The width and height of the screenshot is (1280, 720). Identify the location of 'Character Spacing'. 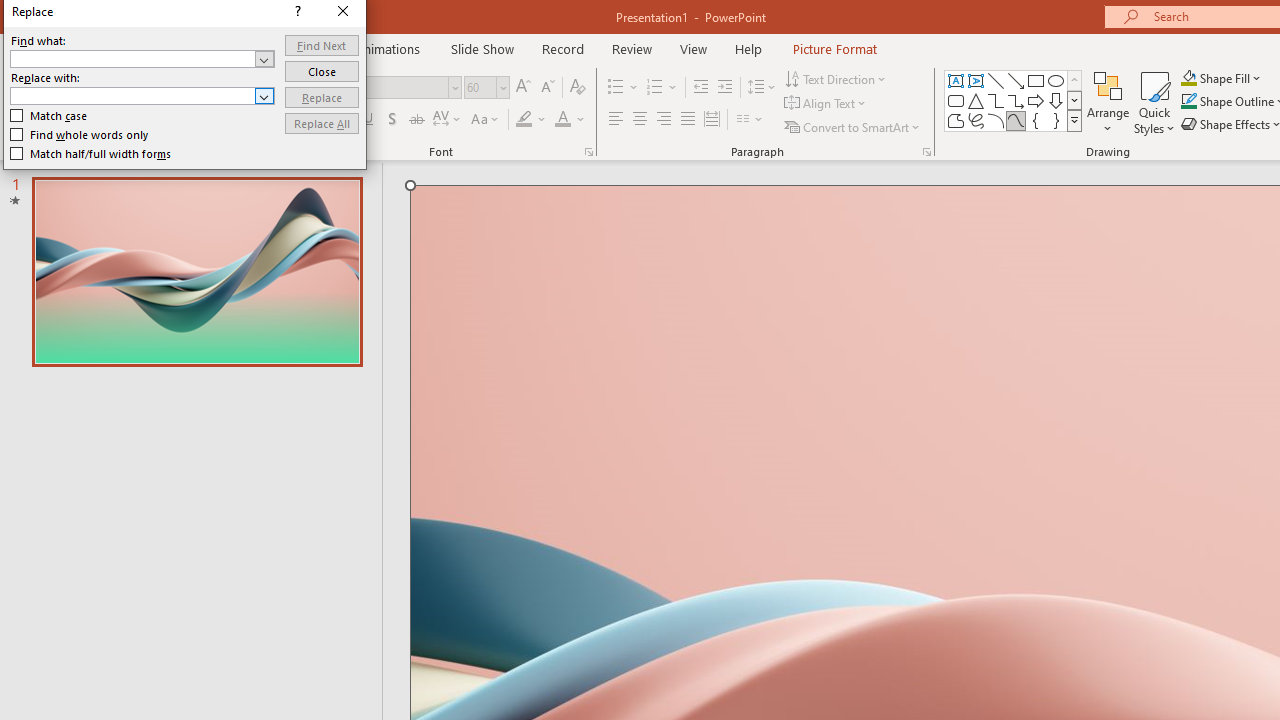
(447, 119).